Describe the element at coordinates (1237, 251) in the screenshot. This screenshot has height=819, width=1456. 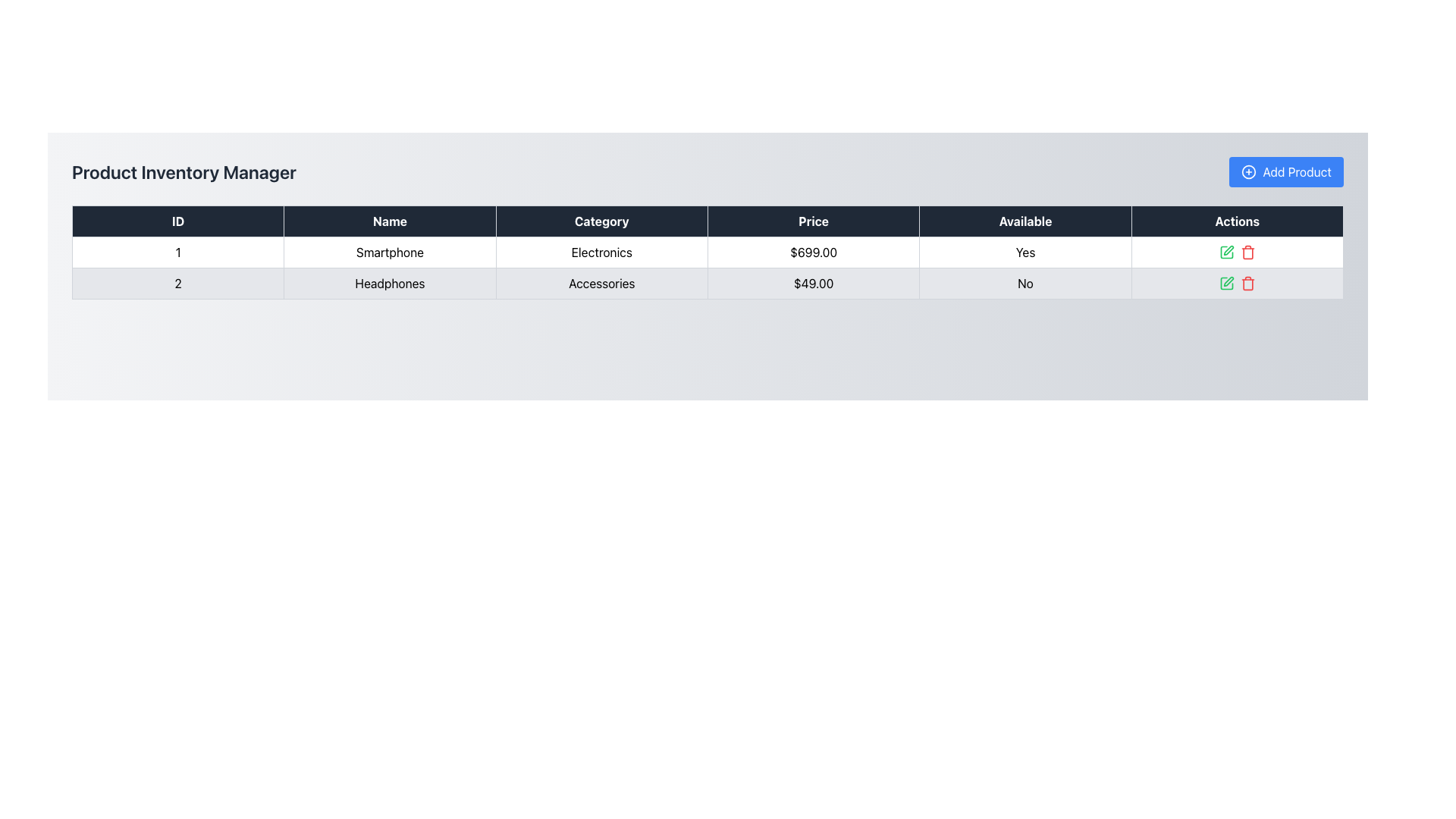
I see `the green pencil icon in the Control Panel located in the last column of the first row under the 'Actions' header` at that location.